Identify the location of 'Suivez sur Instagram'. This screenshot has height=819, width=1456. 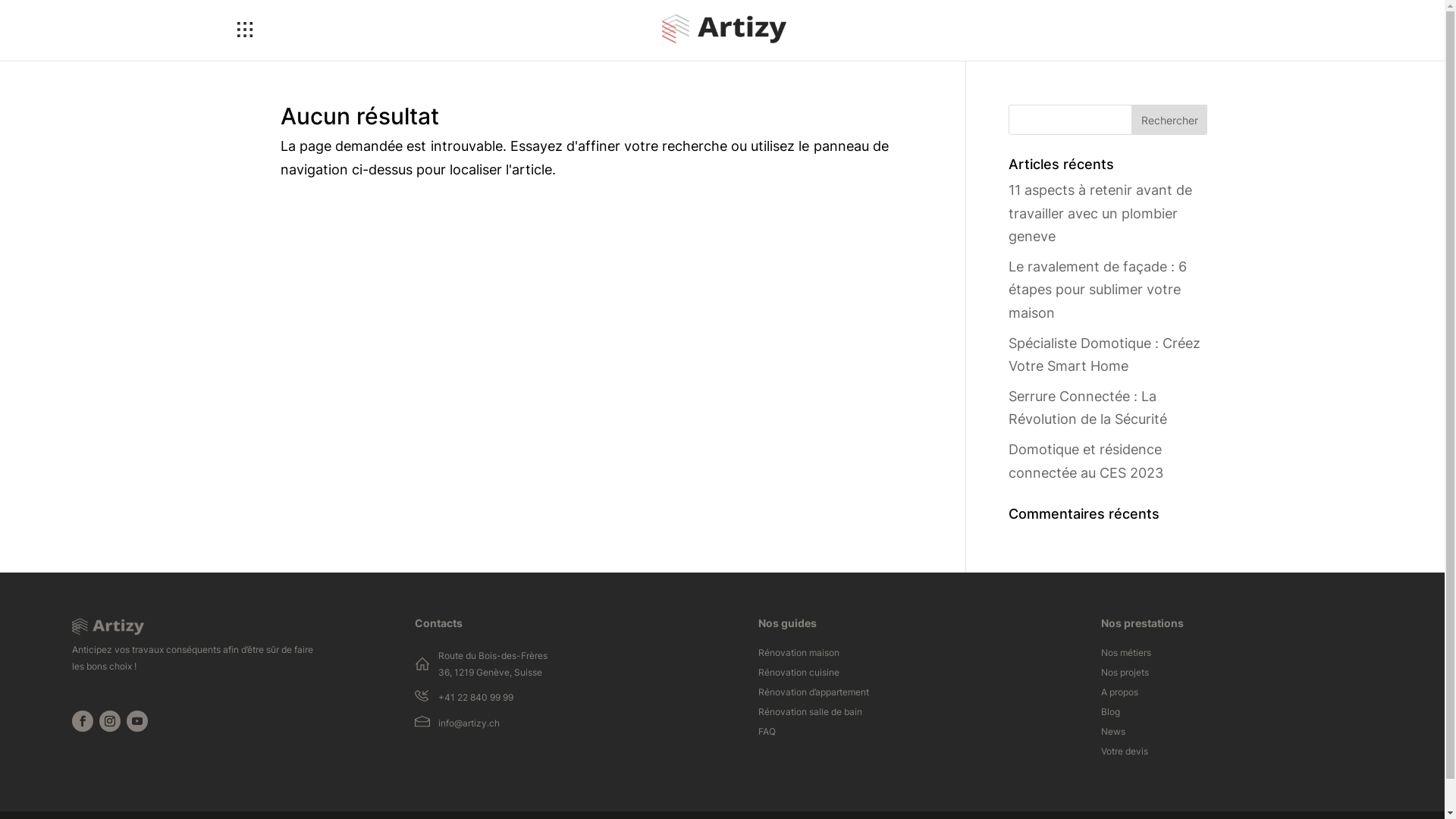
(108, 720).